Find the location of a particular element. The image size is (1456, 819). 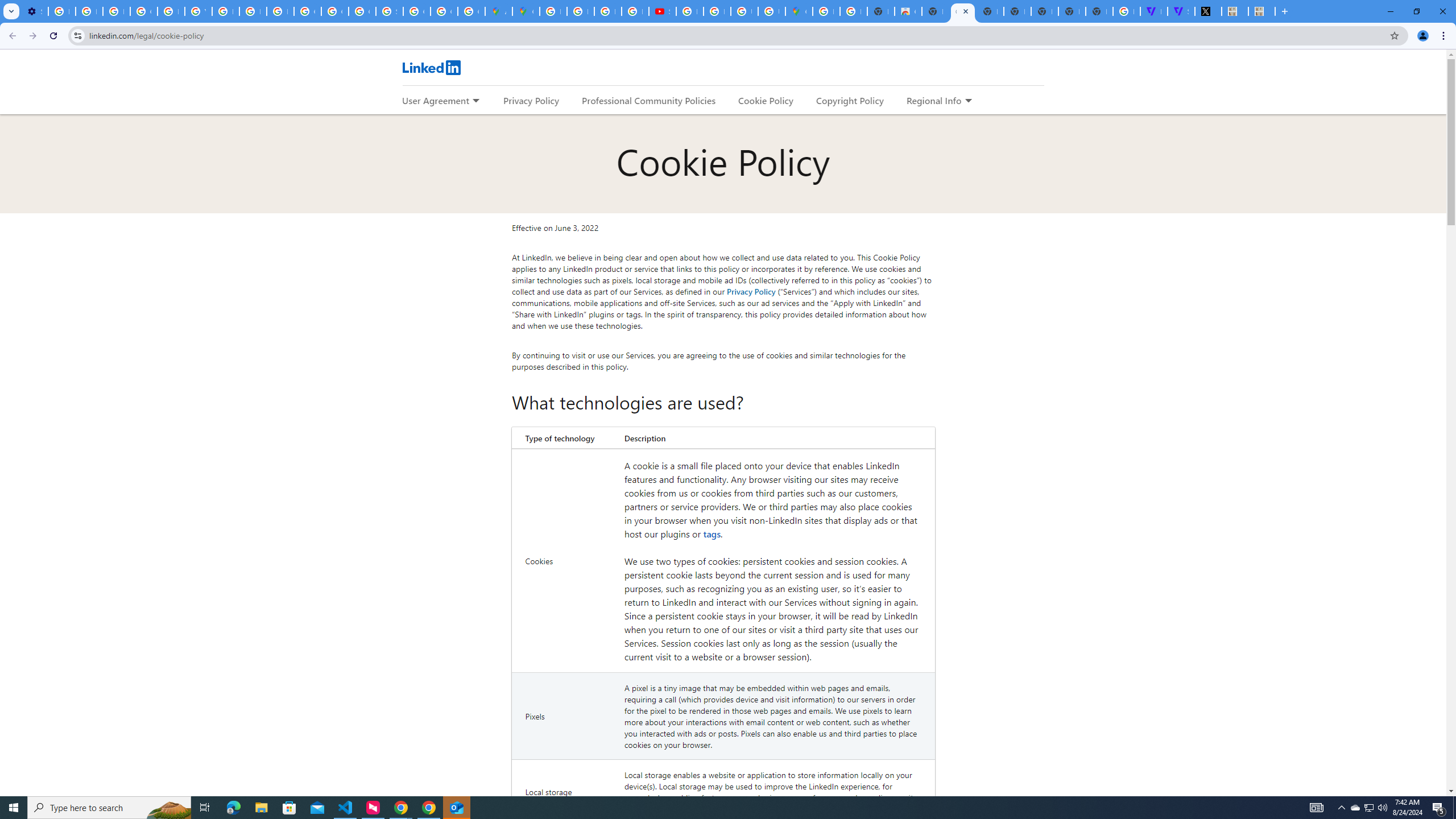

'Chrome Web Store' is located at coordinates (908, 11).